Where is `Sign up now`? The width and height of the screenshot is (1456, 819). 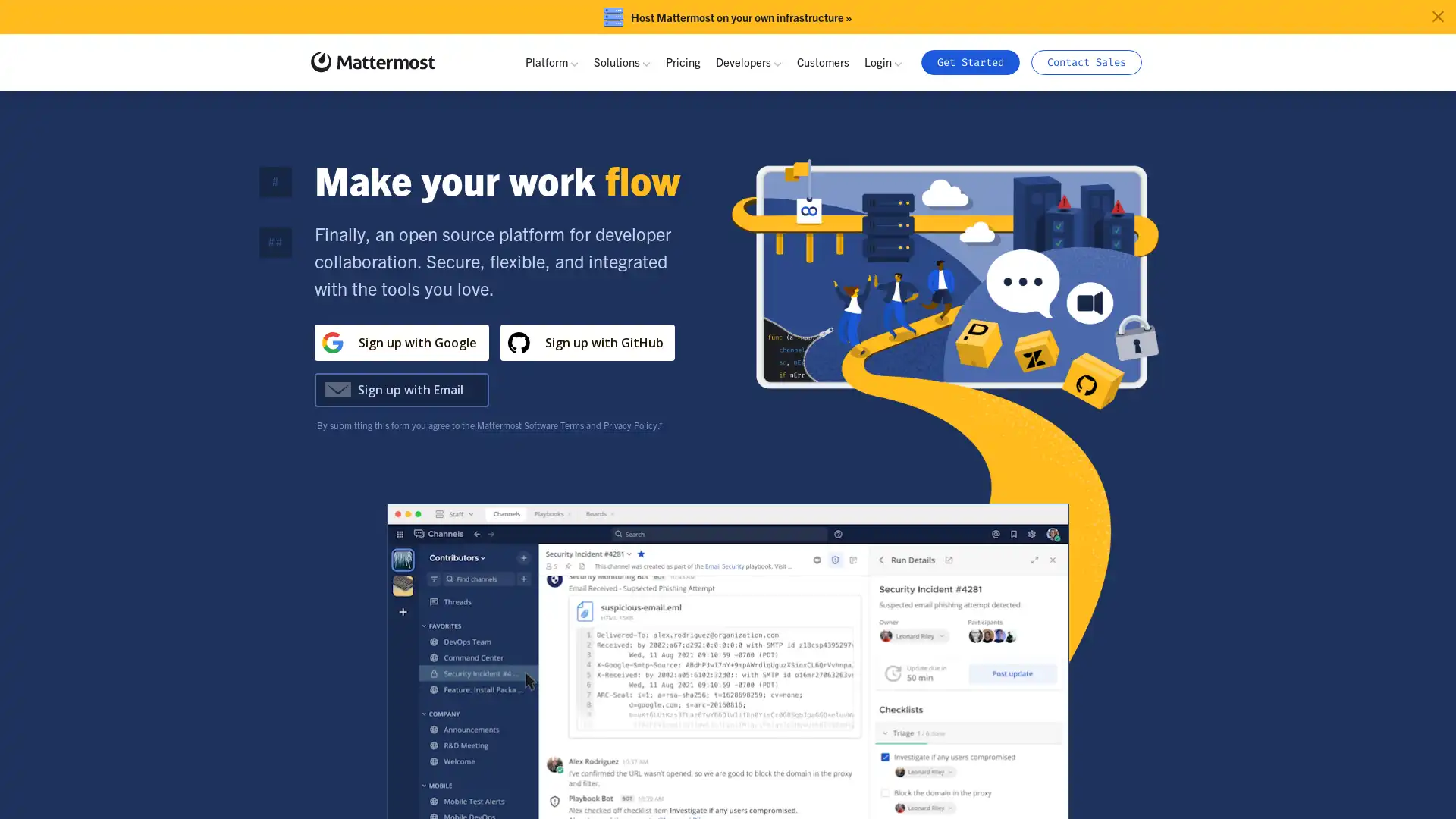
Sign up now is located at coordinates (585, 388).